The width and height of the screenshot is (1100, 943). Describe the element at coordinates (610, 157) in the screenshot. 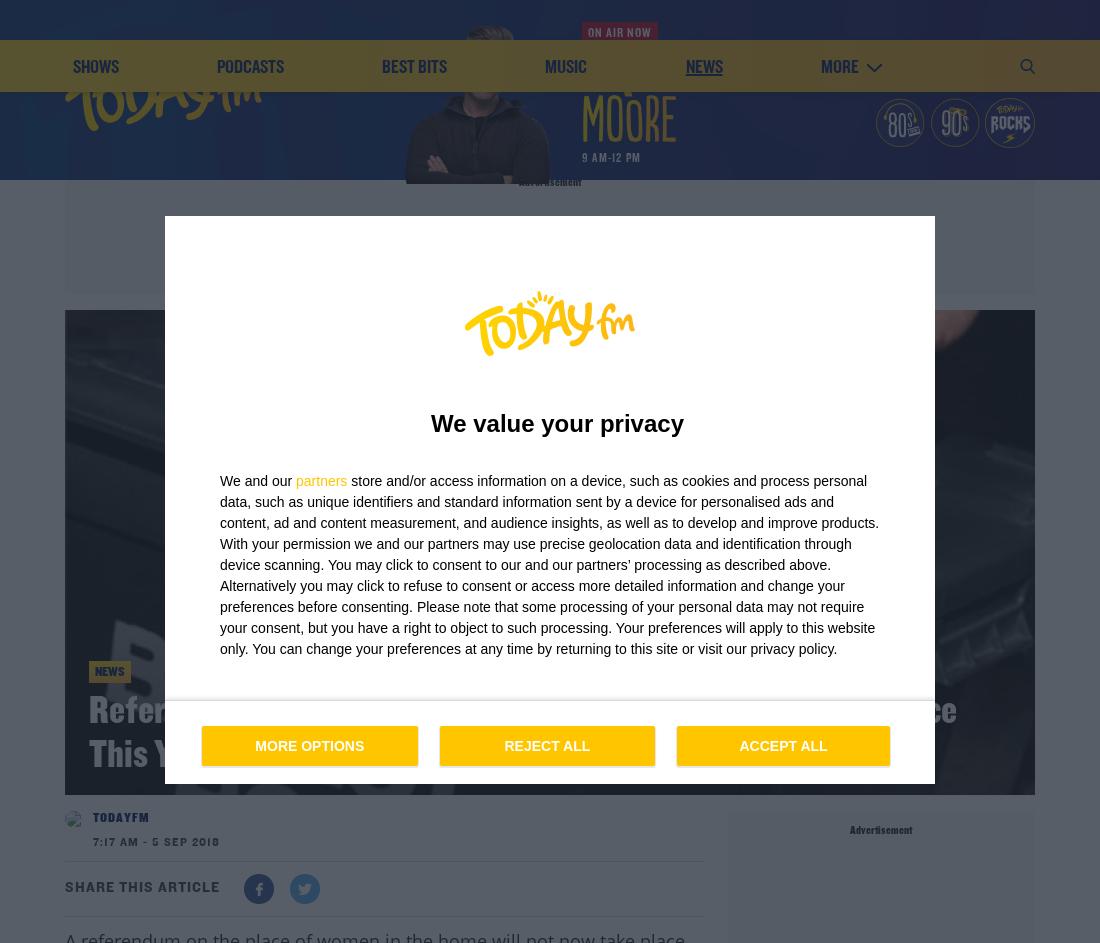

I see `'9 AM-12 PM'` at that location.